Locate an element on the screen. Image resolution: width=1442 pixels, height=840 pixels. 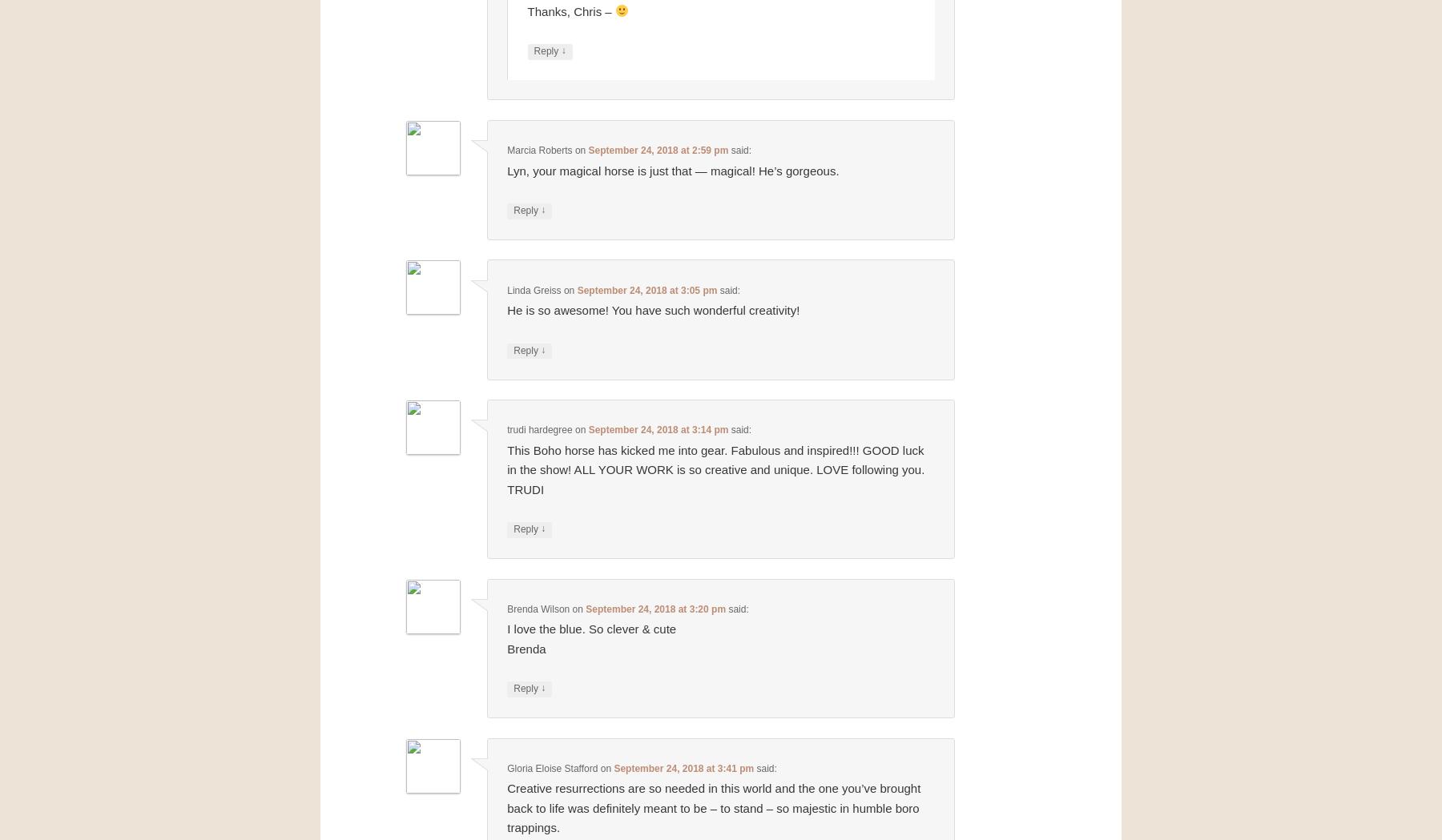
'This Boho horse has kicked me into gear. Fabulous and inspired!!! GOOD luck in the show!  ALL  YOUR WORK  is so creative and unique. LOVE following you. TRUDI' is located at coordinates (507, 468).